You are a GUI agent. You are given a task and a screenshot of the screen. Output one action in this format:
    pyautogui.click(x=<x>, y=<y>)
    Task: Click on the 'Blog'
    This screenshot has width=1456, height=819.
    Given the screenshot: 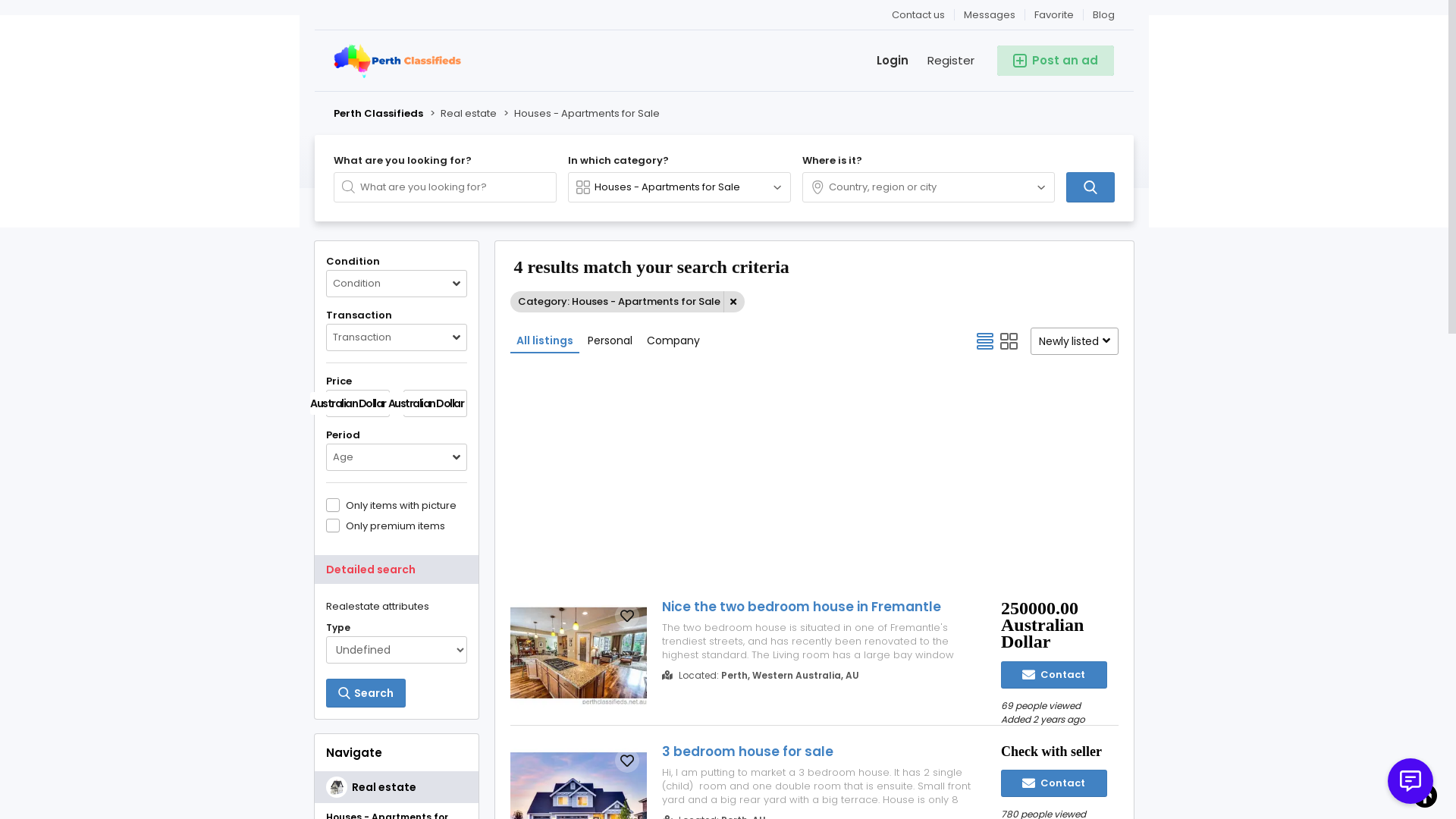 What is the action you would take?
    pyautogui.click(x=1083, y=14)
    